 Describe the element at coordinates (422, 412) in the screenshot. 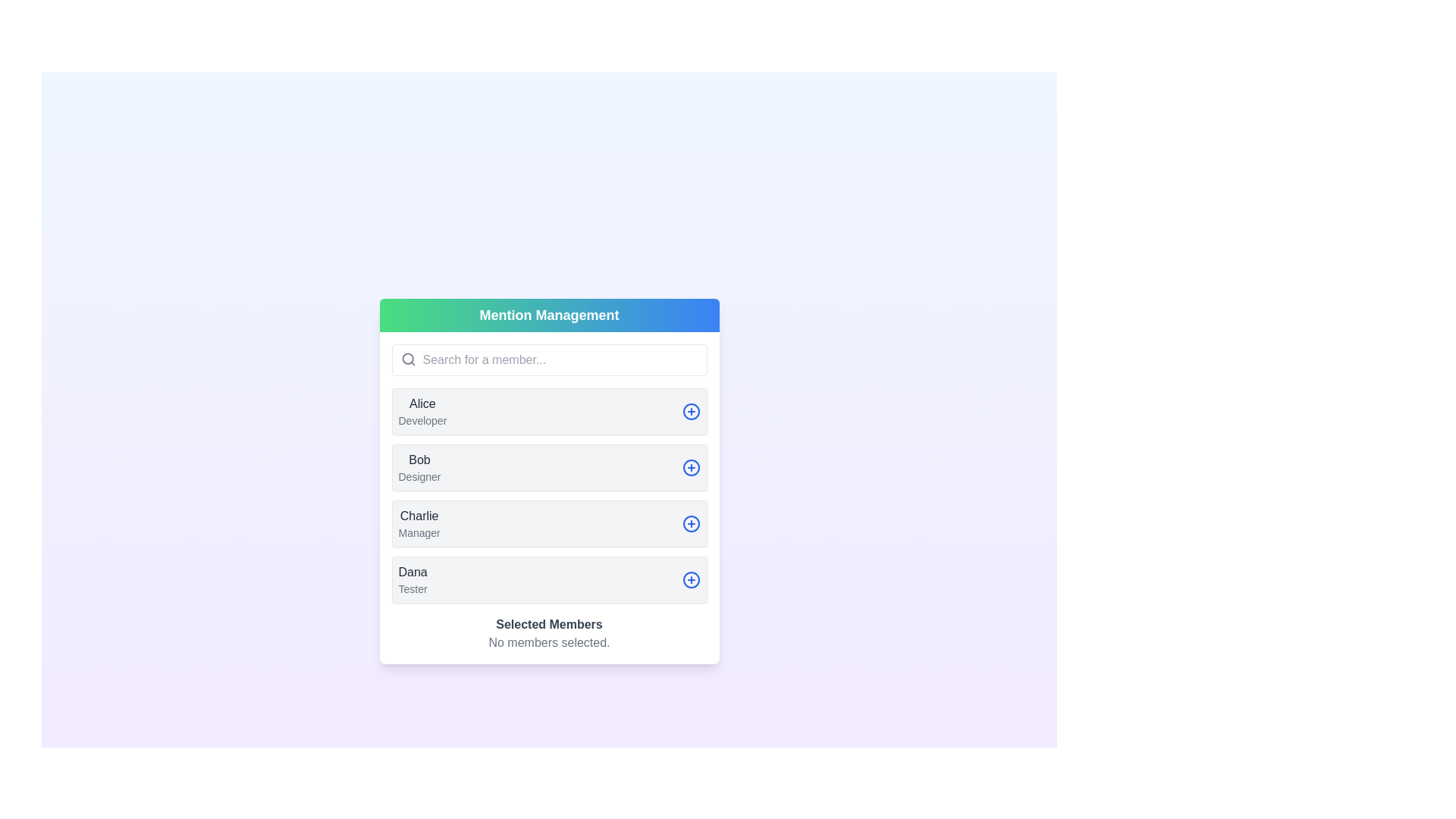

I see `the text label displaying the user's name 'Alice' and their role 'Developer', which is the first item in the user selection interface below the search bar` at that location.